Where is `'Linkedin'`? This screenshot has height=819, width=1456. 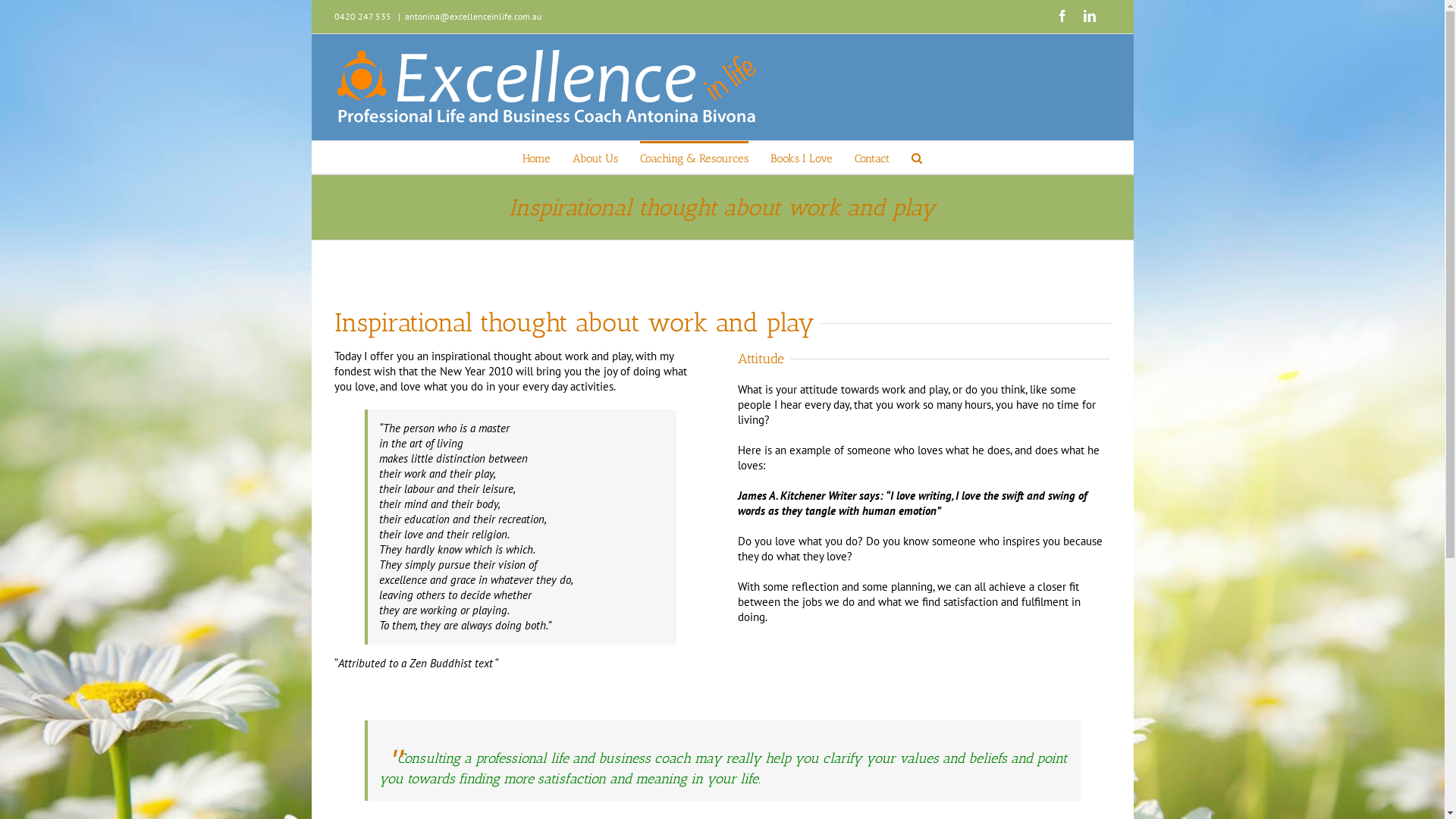 'Linkedin' is located at coordinates (1082, 15).